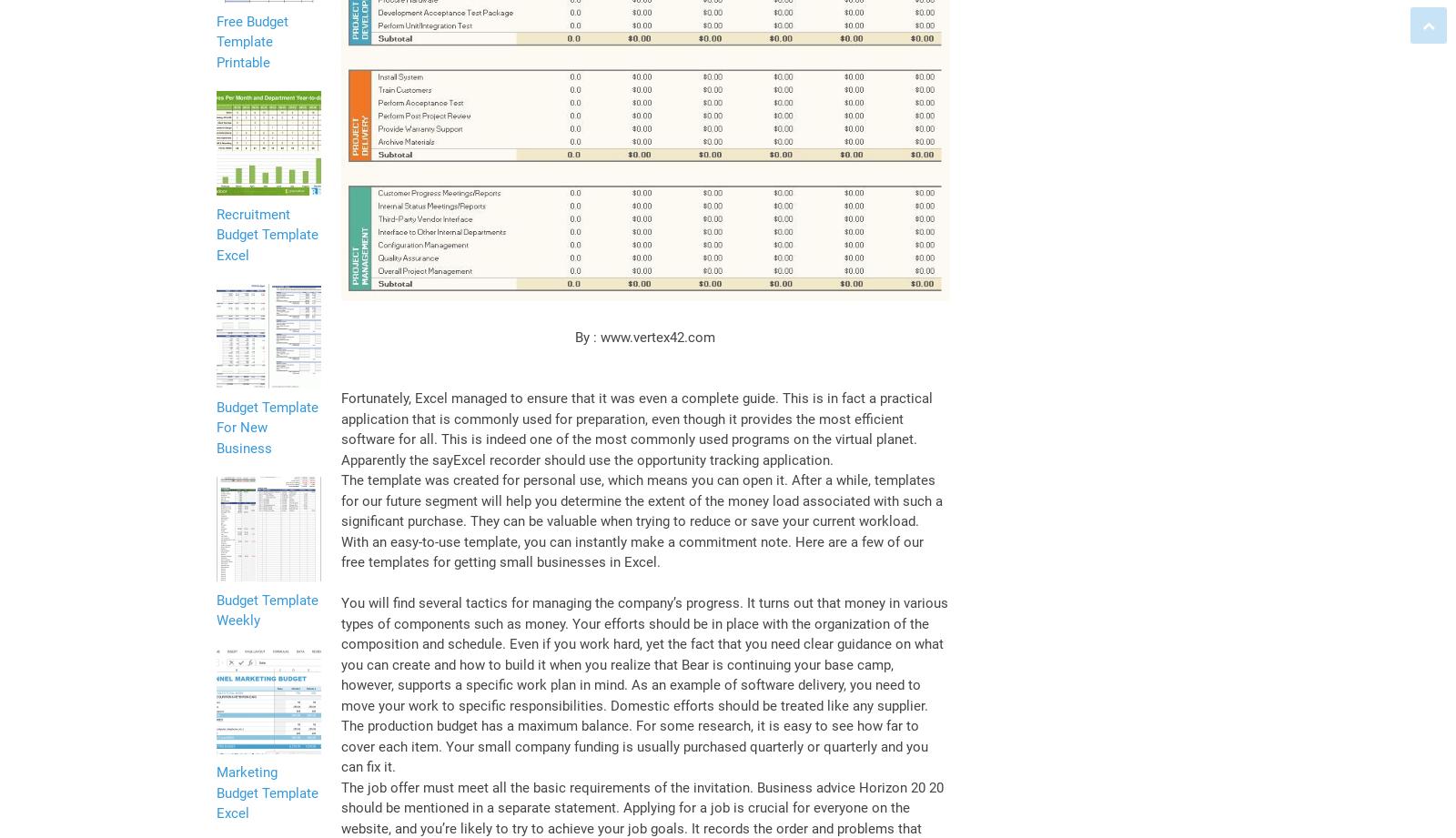 The height and width of the screenshot is (838, 1456). What do you see at coordinates (634, 745) in the screenshot?
I see `'The production budget has a maximum balance. For some research, it is easy to see how far to cover each item. Your small company funding is usually purchased quarterly or quarterly and you can fix it.'` at bounding box center [634, 745].